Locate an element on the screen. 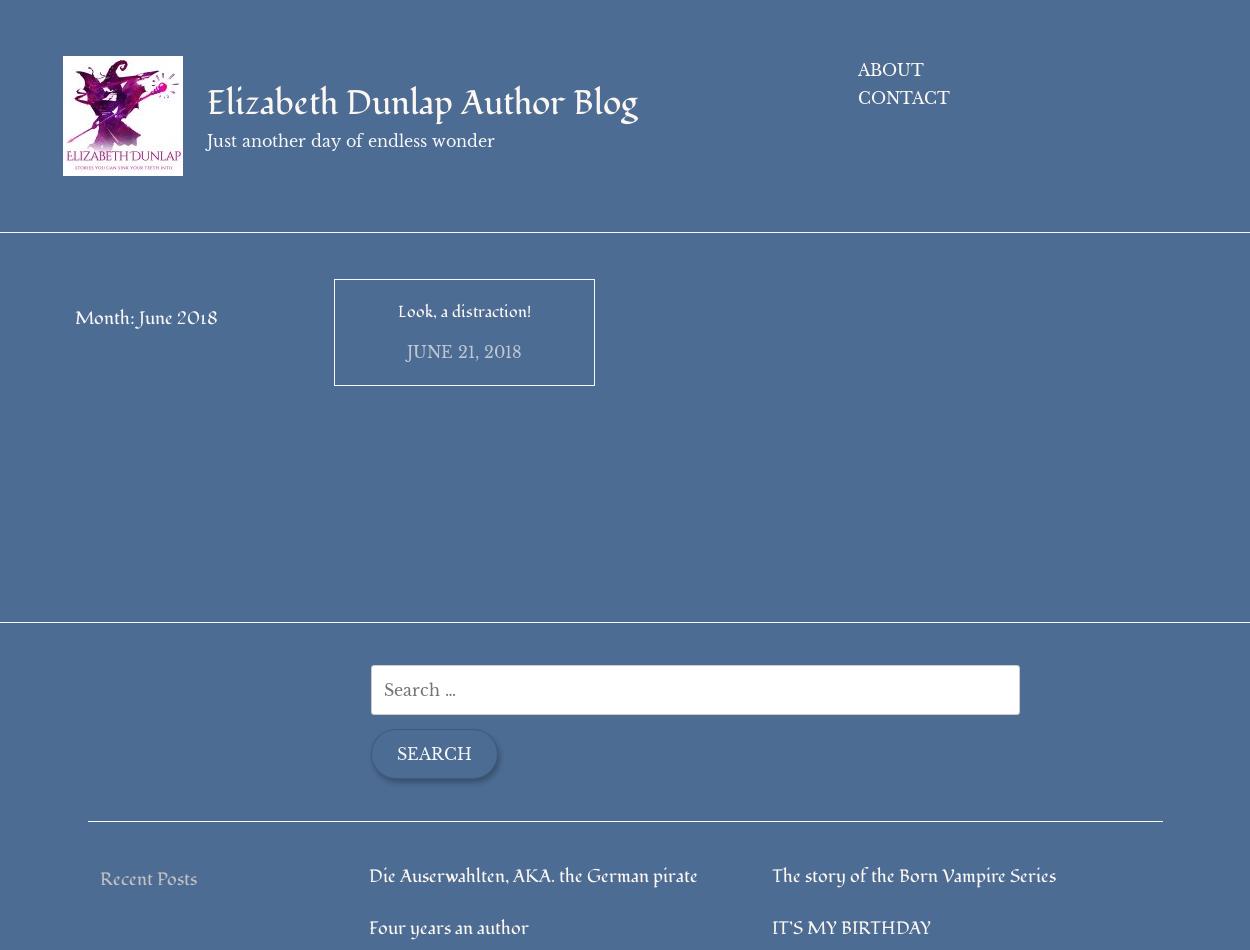 This screenshot has width=1250, height=950. 'Month:' is located at coordinates (74, 317).